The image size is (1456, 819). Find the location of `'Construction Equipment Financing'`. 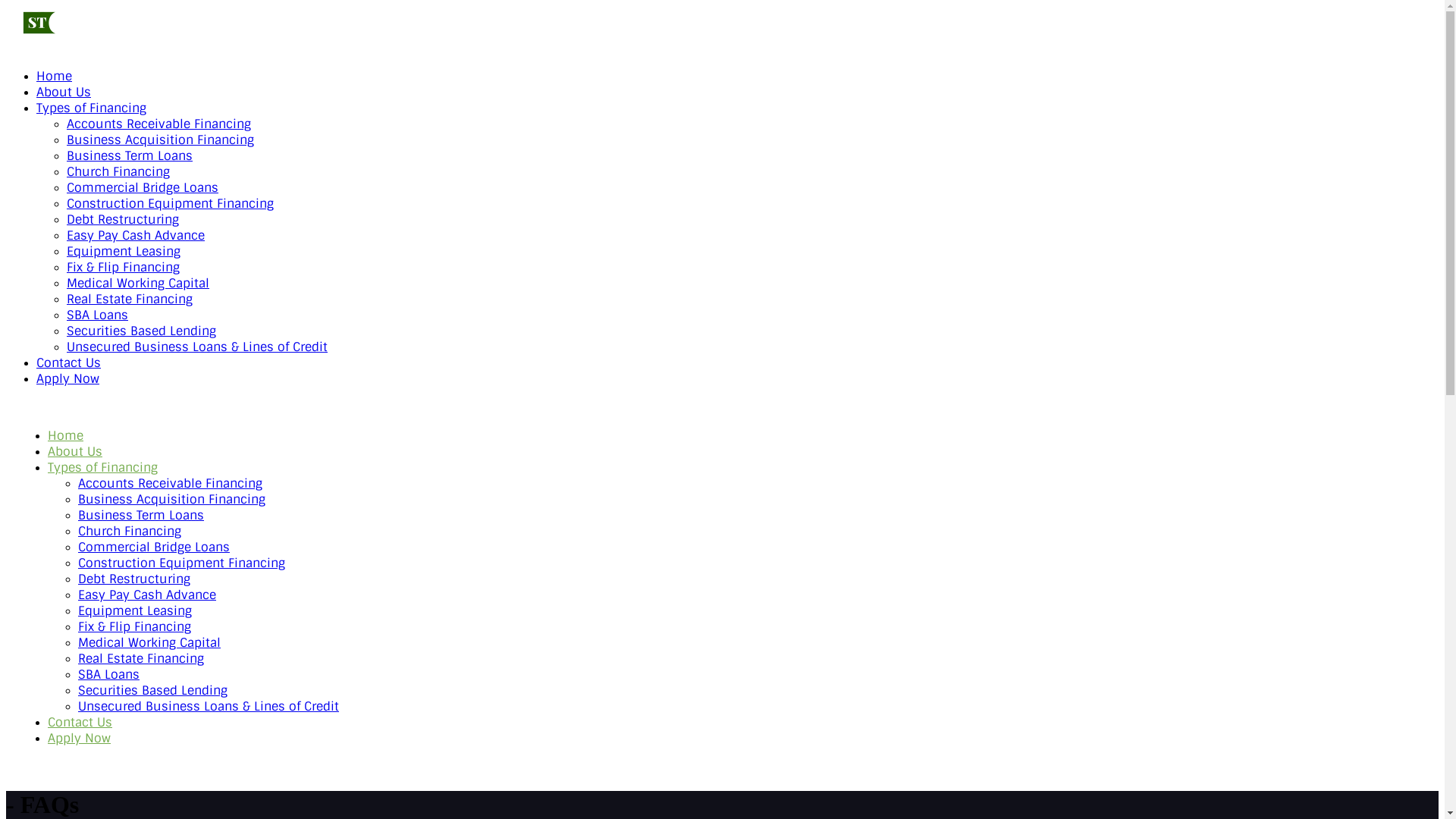

'Construction Equipment Financing' is located at coordinates (65, 202).